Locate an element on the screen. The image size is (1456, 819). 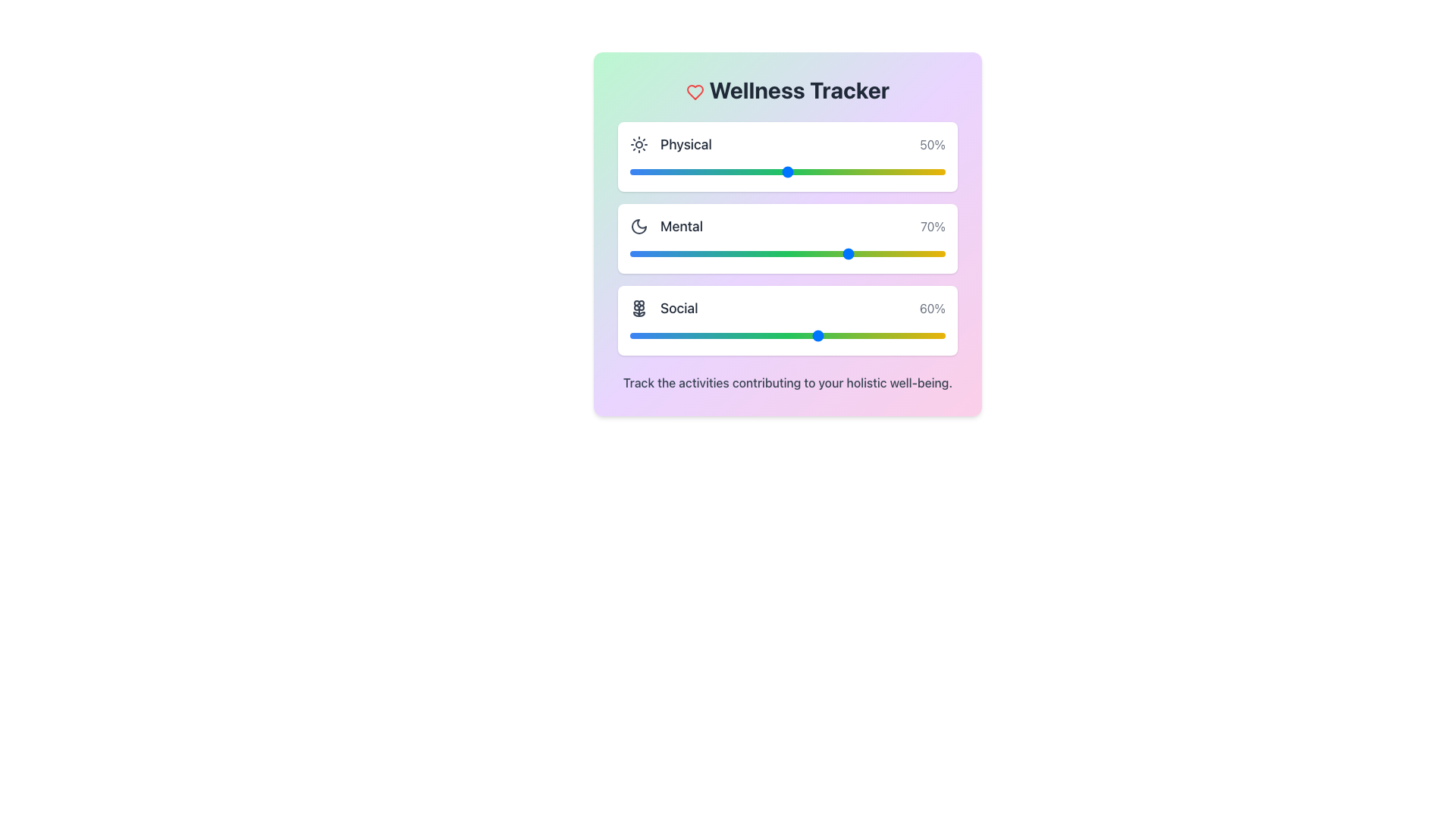
the Decorative icon, which is a small flower-like icon in dark gray located to the left of the 'Social' label in the Wellness Tracker section is located at coordinates (639, 308).